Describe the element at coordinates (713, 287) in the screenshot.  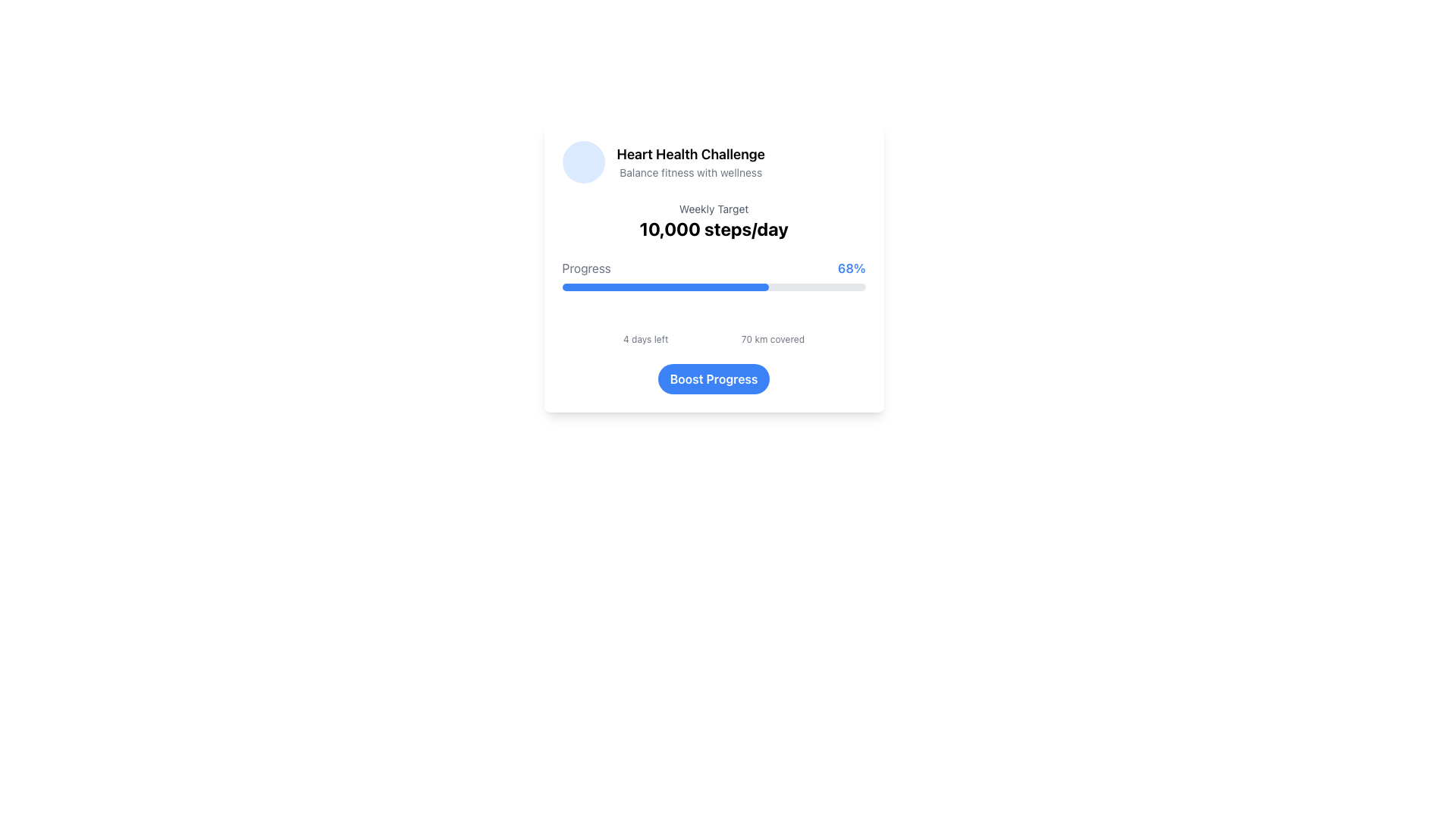
I see `the ProgressBar that visually represents the completion percentage of a task, positioned below the text 'Progress' and '68%'` at that location.